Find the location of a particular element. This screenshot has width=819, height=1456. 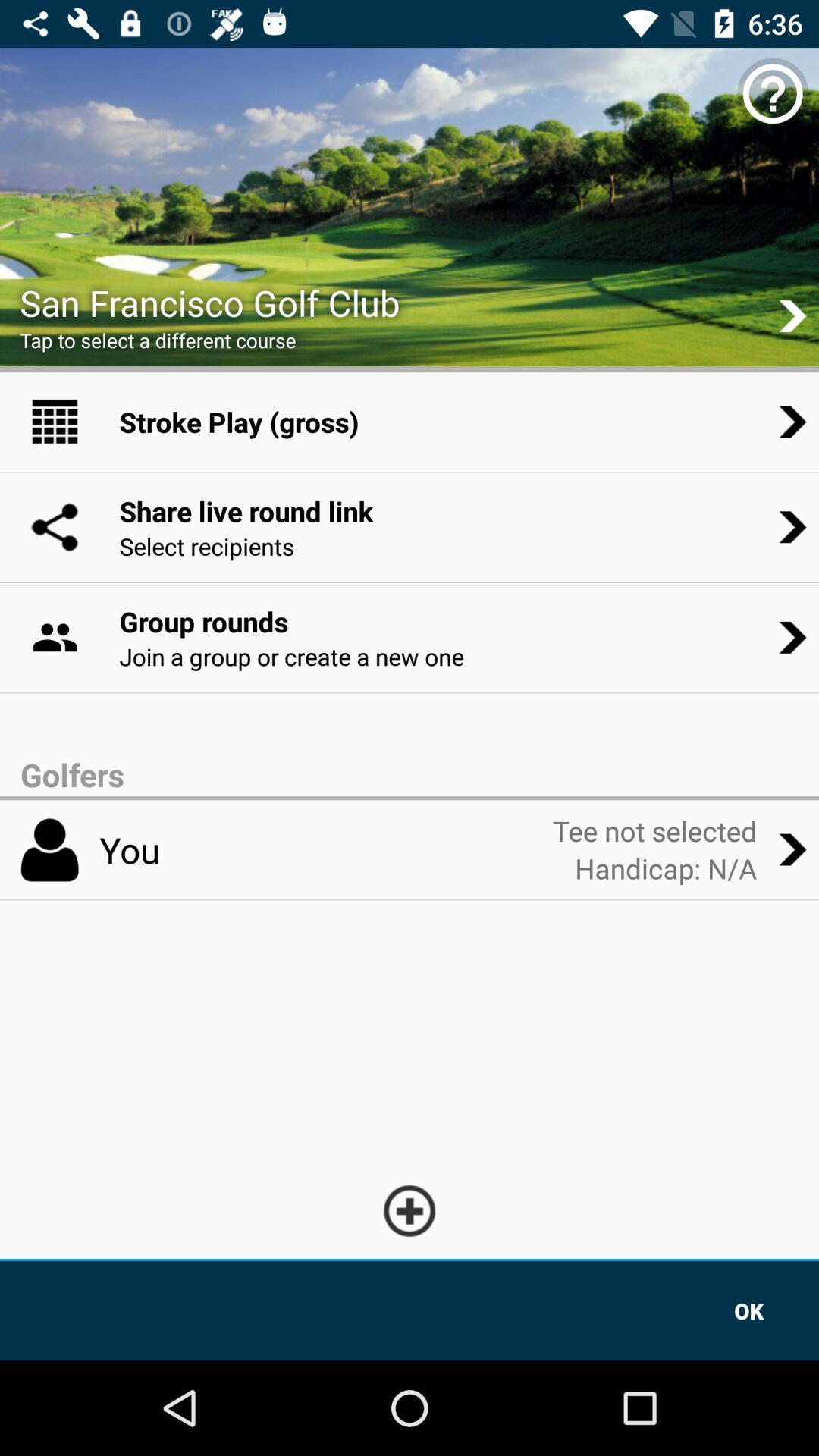

ok item is located at coordinates (748, 1310).